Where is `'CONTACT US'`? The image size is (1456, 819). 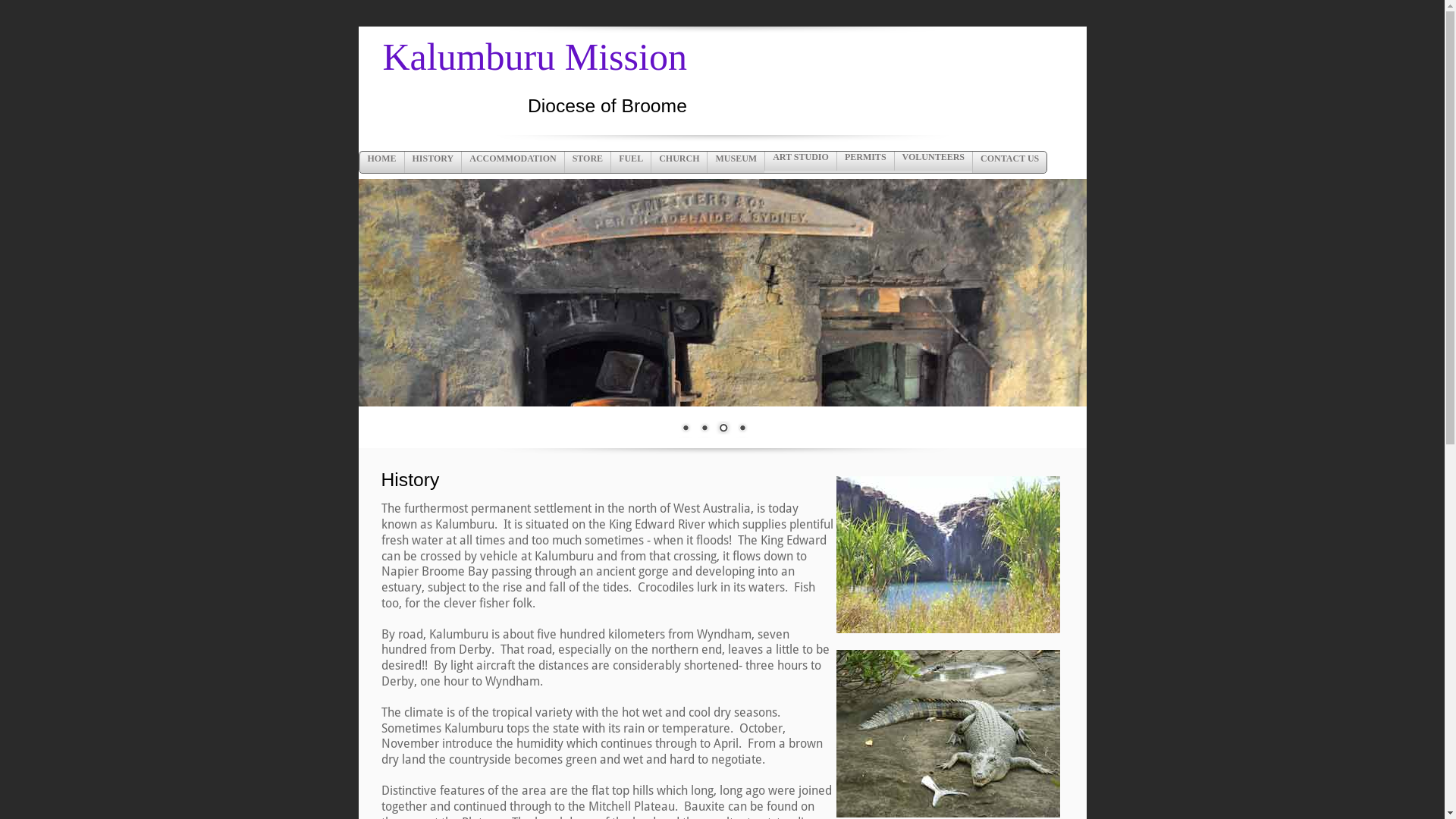
'CONTACT US' is located at coordinates (1009, 162).